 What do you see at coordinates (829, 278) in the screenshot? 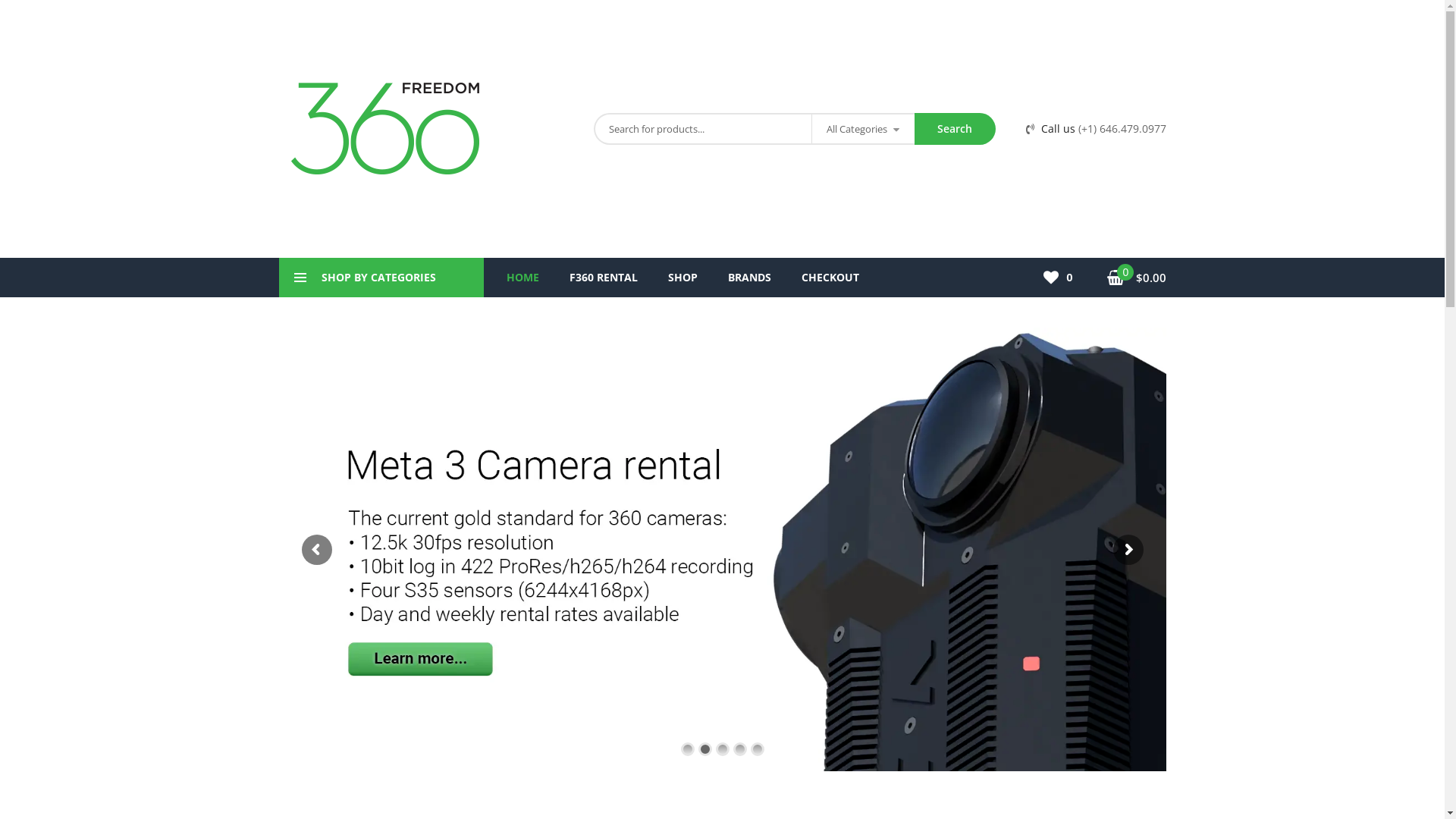
I see `'CHECKOUT'` at bounding box center [829, 278].